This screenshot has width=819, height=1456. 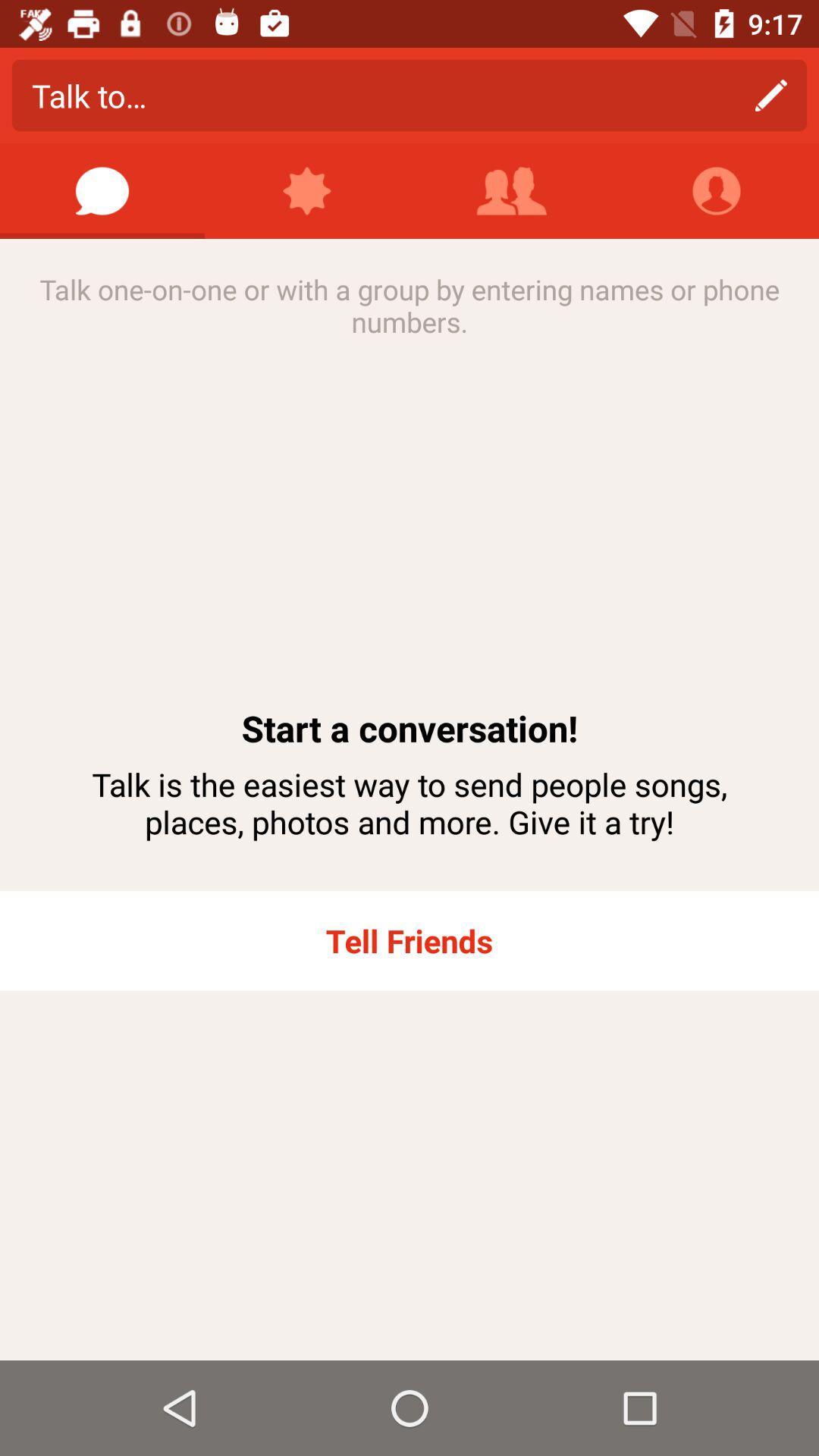 I want to click on open contacts, so click(x=512, y=190).